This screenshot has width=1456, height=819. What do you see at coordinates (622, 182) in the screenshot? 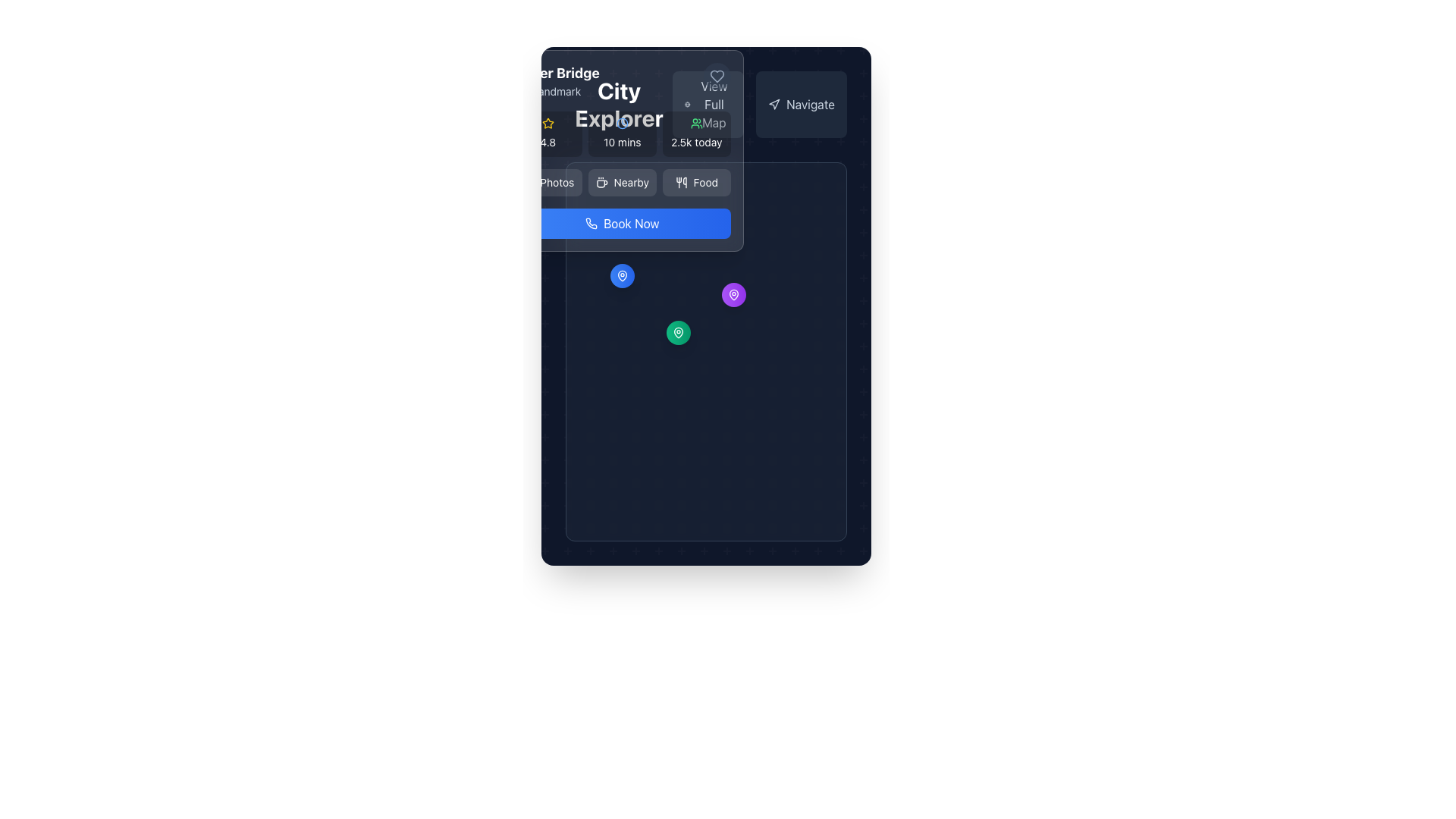
I see `the 'Nearby' button, which is the second button in a row of three, featuring a coffee cup icon and the text 'Nearby'` at bounding box center [622, 182].